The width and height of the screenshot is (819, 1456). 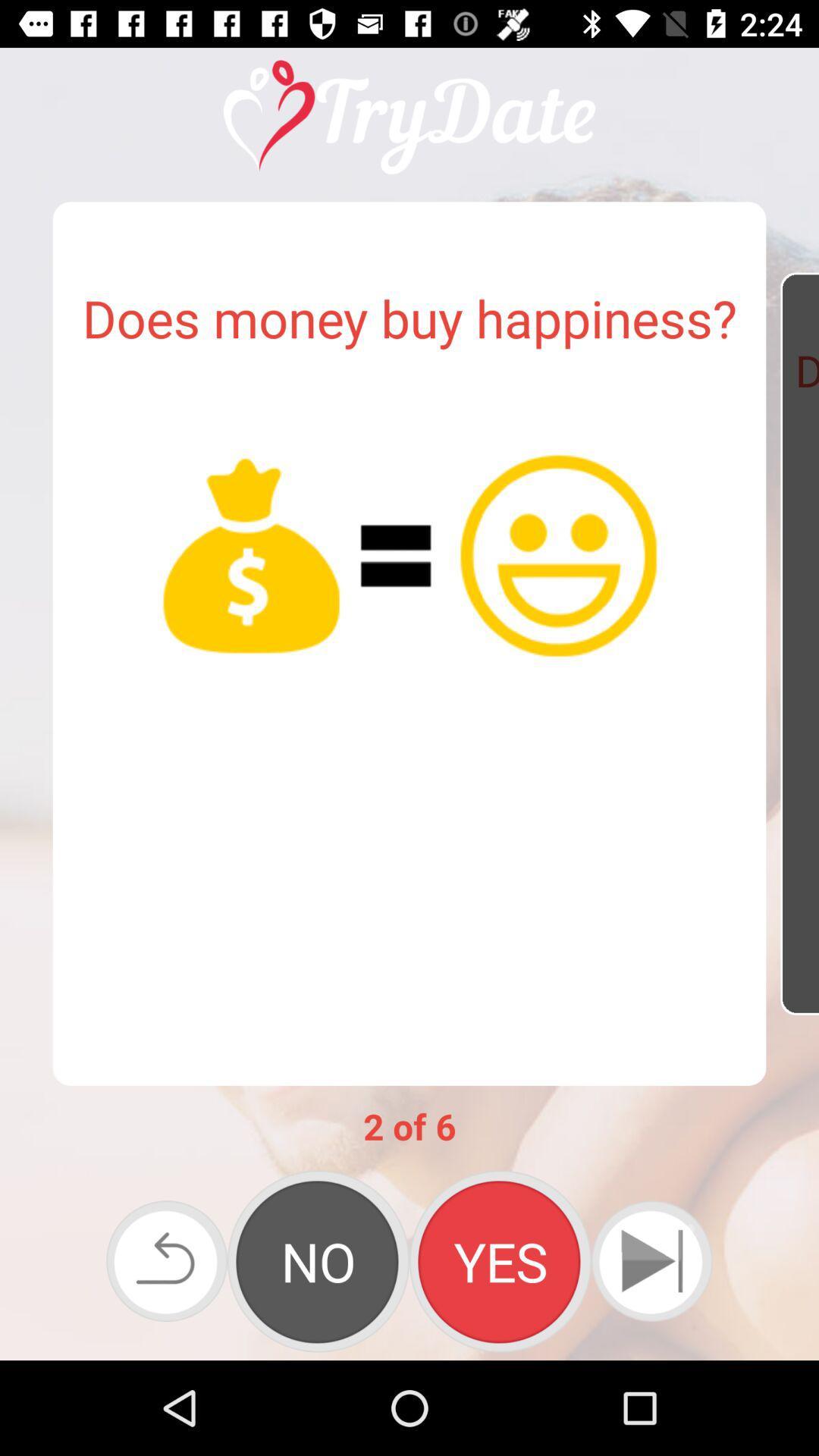 What do you see at coordinates (500, 1261) in the screenshot?
I see `icon below 2 of 6 app` at bounding box center [500, 1261].